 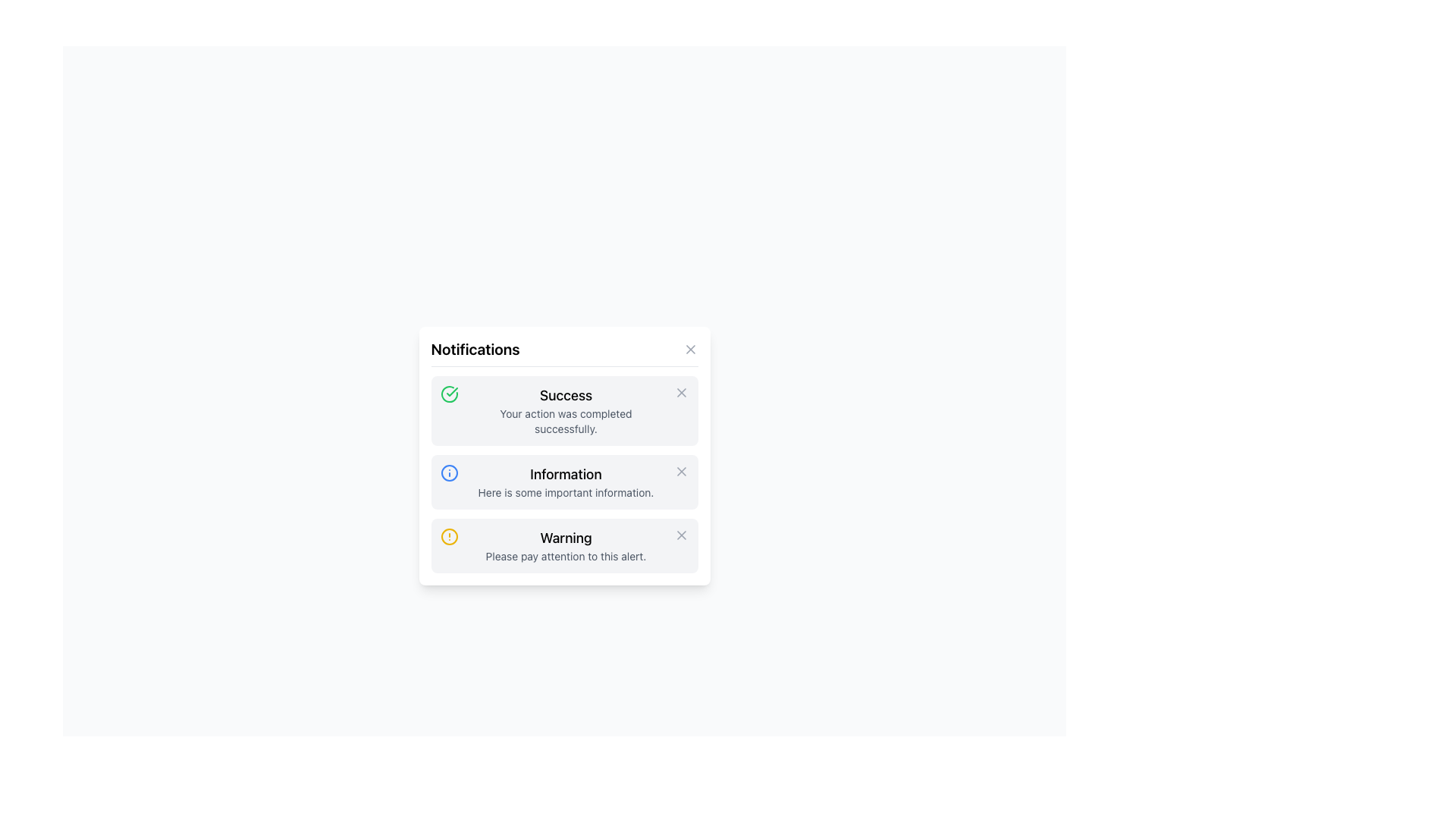 I want to click on the alert icon with a bold yellow circular border, located in the 'Warning' notification section, to the left of the 'Warning' text, so click(x=448, y=535).